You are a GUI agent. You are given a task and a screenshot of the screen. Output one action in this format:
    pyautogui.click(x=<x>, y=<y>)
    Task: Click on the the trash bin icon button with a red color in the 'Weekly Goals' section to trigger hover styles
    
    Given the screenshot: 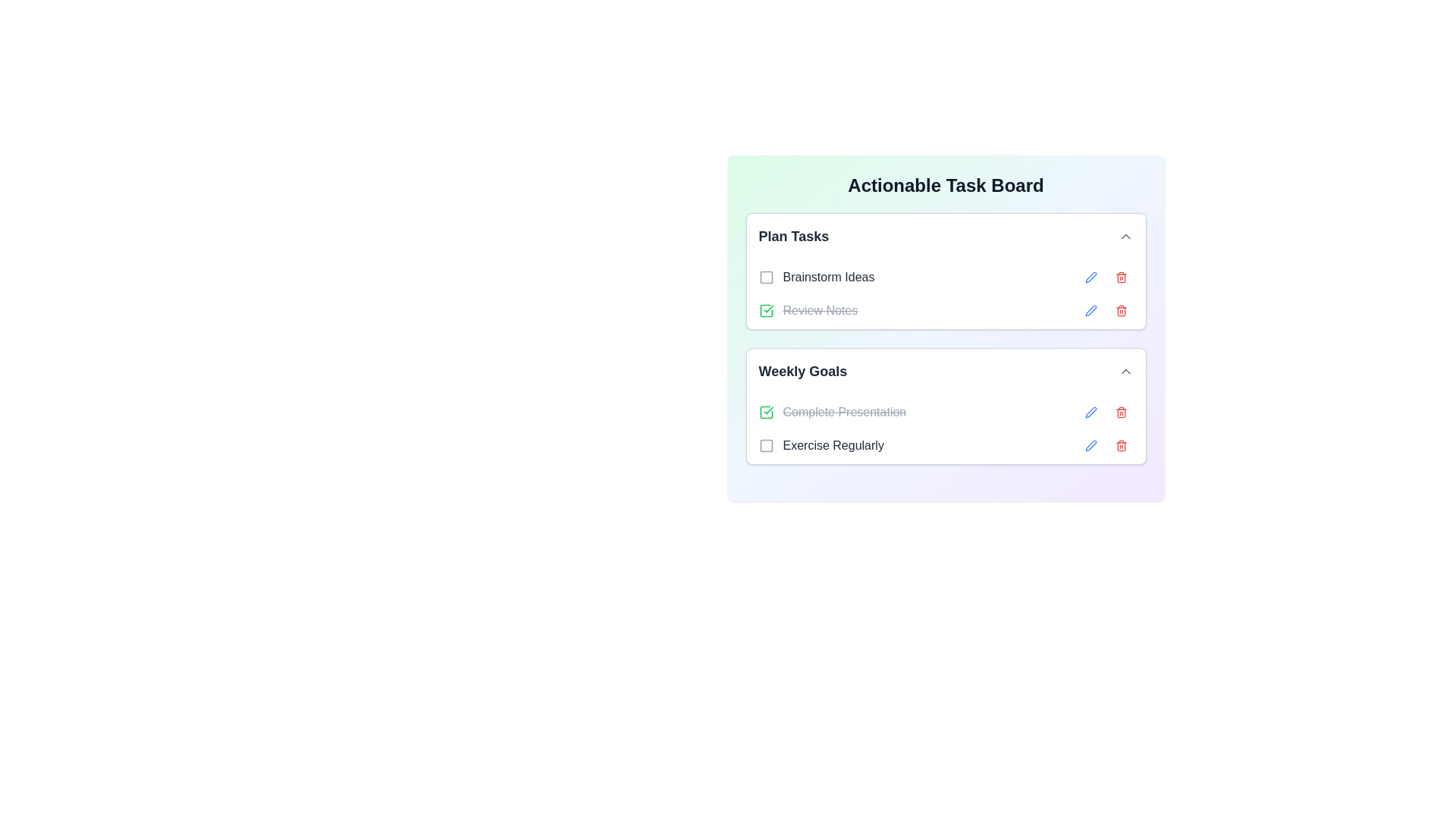 What is the action you would take?
    pyautogui.click(x=1121, y=444)
    